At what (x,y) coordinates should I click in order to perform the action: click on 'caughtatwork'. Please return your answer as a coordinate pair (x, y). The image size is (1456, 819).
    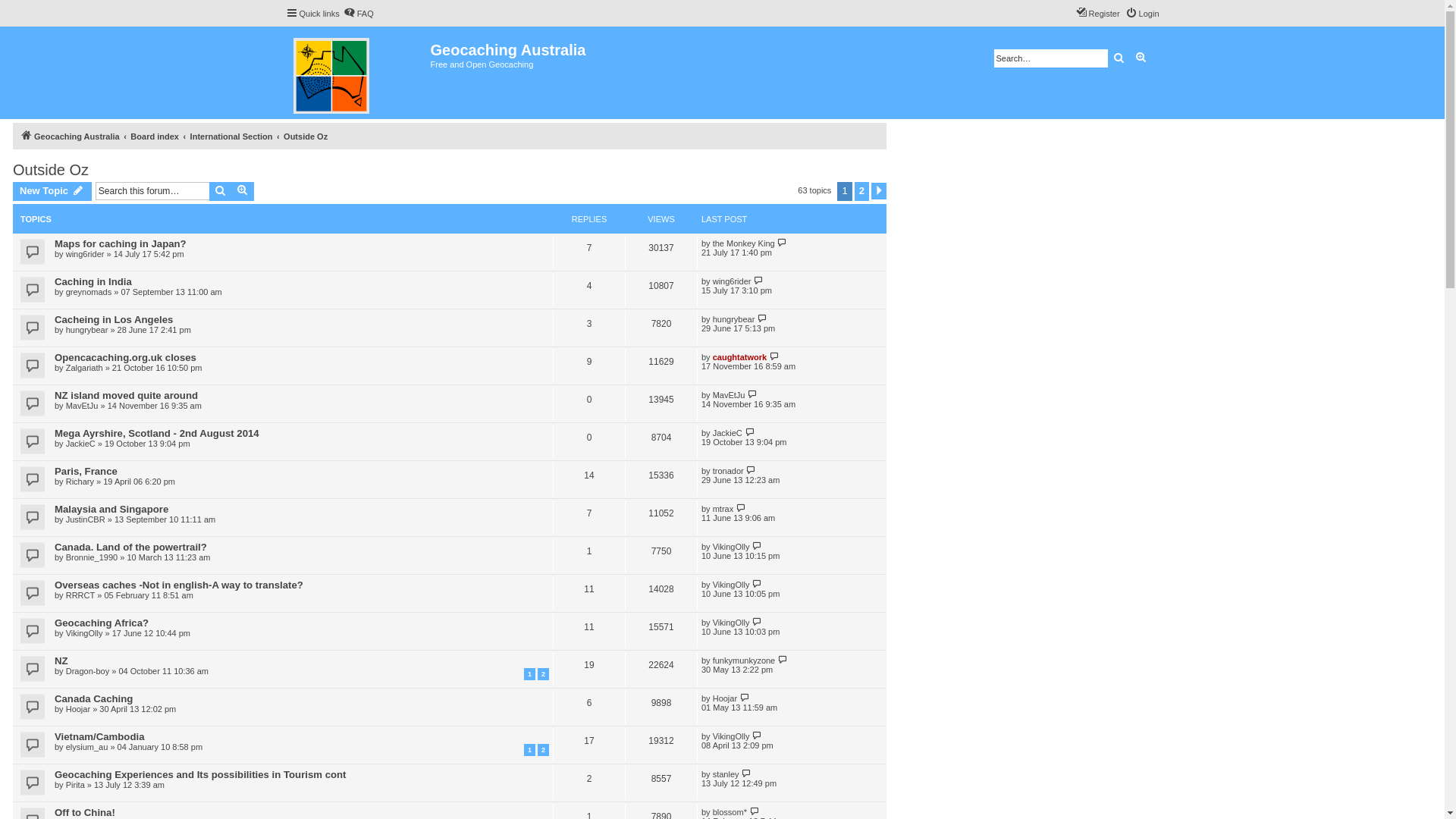
    Looking at the image, I should click on (739, 356).